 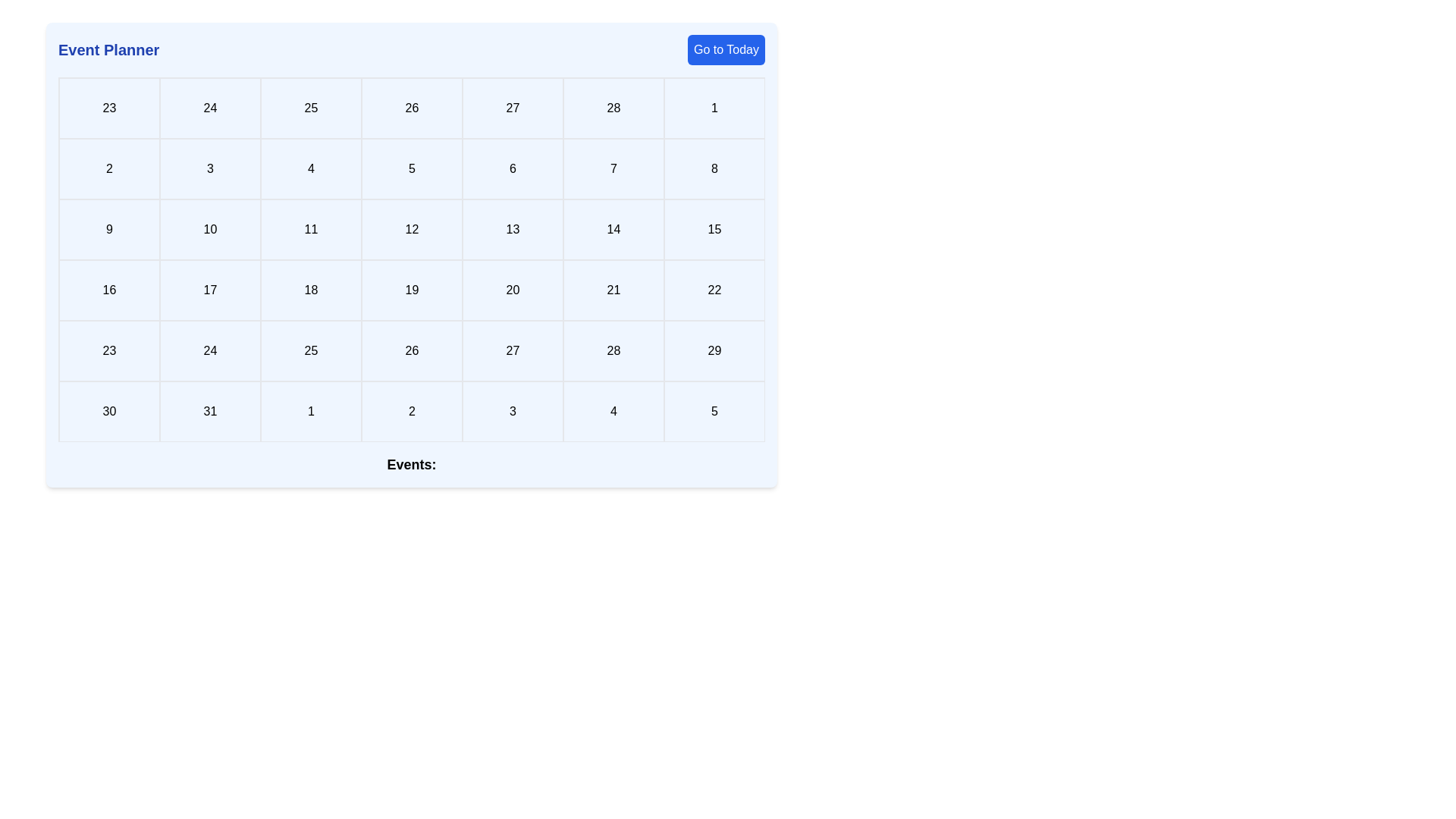 What do you see at coordinates (613, 169) in the screenshot?
I see `the calendar cell element representing the 7th day in the calendar view, located in the second row and seventh column of the grid layout` at bounding box center [613, 169].